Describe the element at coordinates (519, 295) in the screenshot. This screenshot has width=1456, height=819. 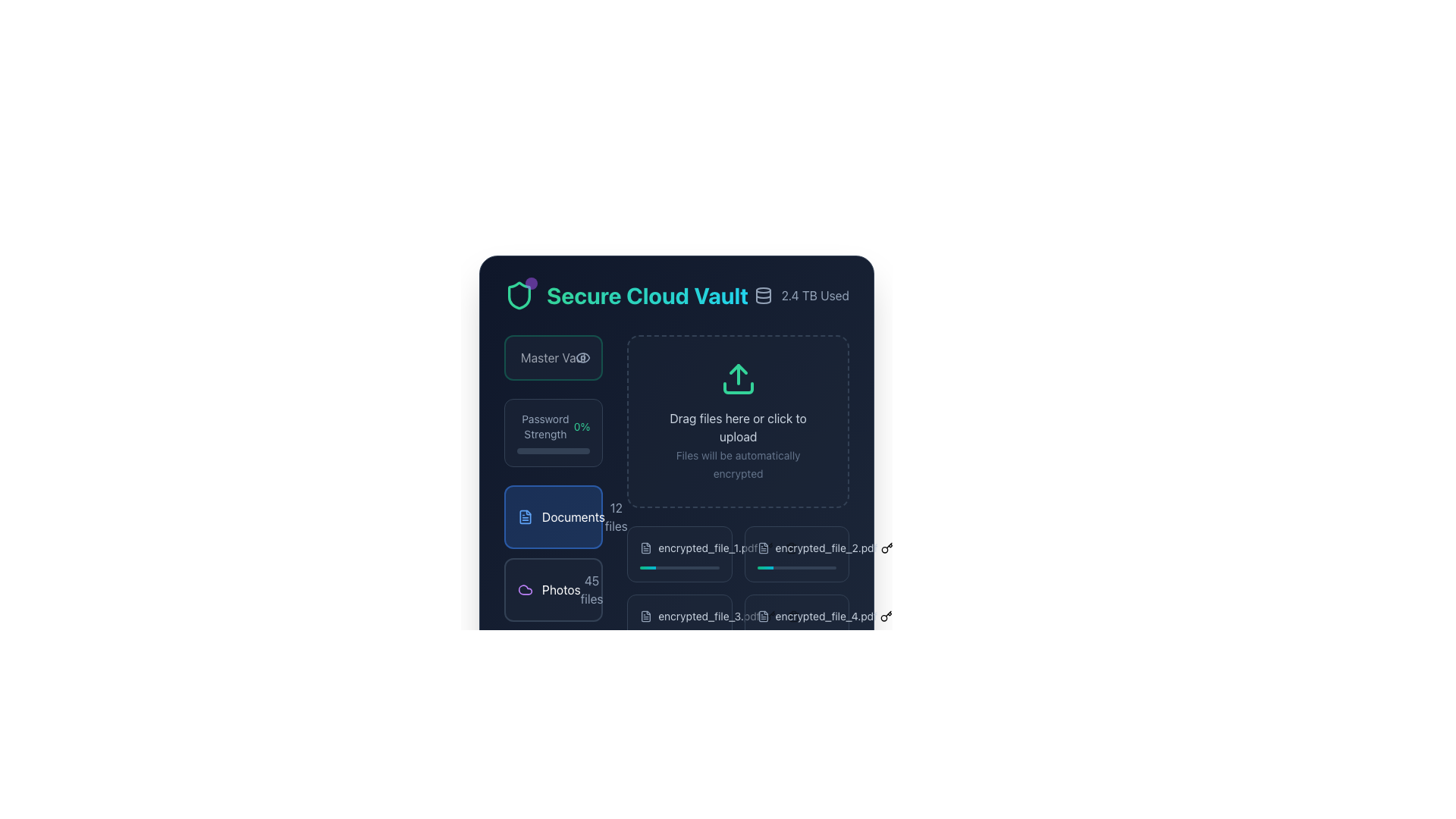
I see `the security icon located to the left of the 'Secure Cloud Vault' title text and adjacent to the purple dot` at that location.